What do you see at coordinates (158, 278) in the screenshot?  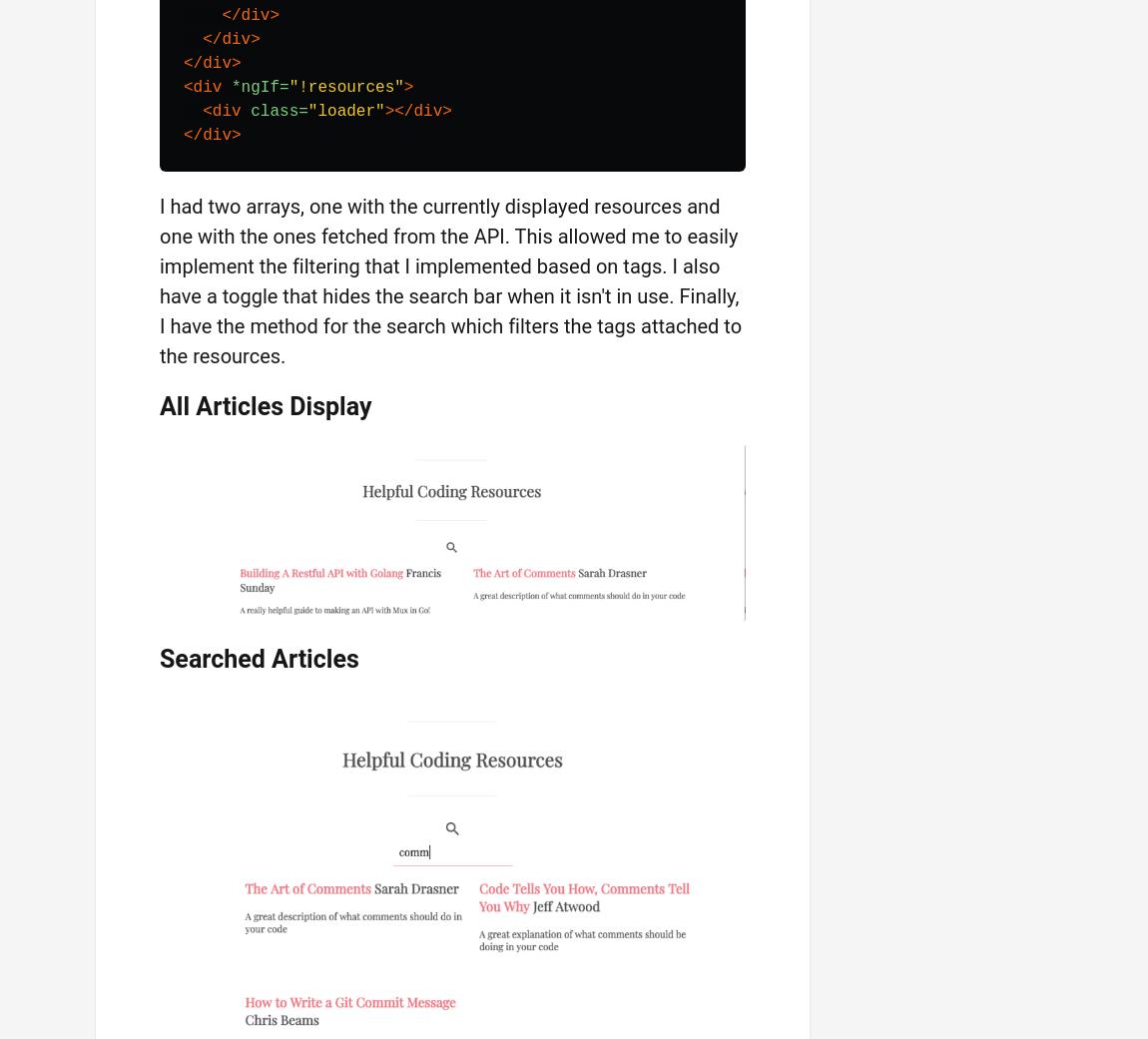 I see `'I had two arrays, one with the currently displayed resources and one with the ones fetched from the API. This allowed me to easily implement the filtering that I implemented based on tags. I also have a toggle that hides the search bar when it isn't in use. Finally, I have the method for the search which filters the tags attached to the resources.'` at bounding box center [158, 278].